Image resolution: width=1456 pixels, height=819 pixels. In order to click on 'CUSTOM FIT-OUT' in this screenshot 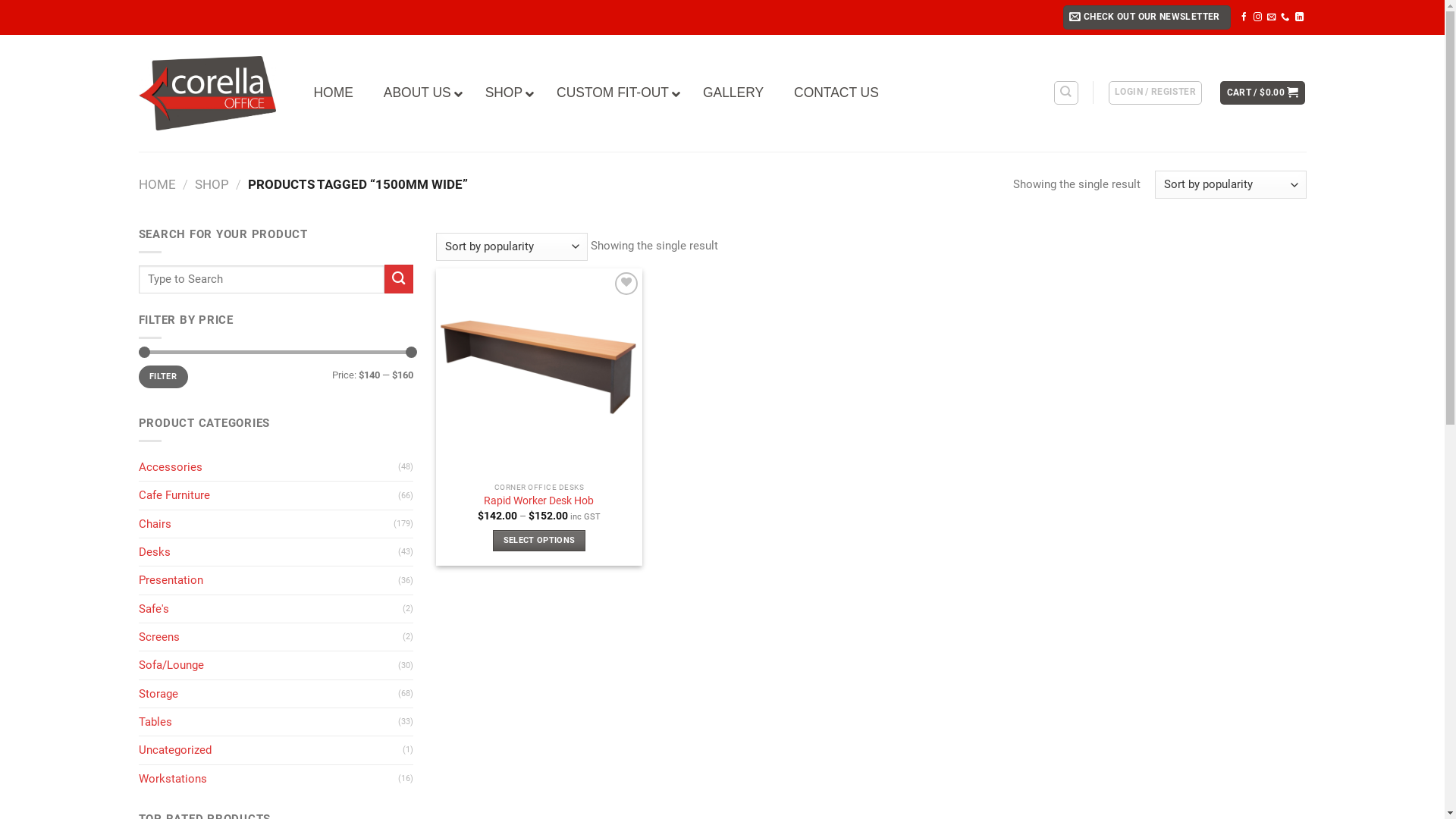, I will do `click(614, 93)`.